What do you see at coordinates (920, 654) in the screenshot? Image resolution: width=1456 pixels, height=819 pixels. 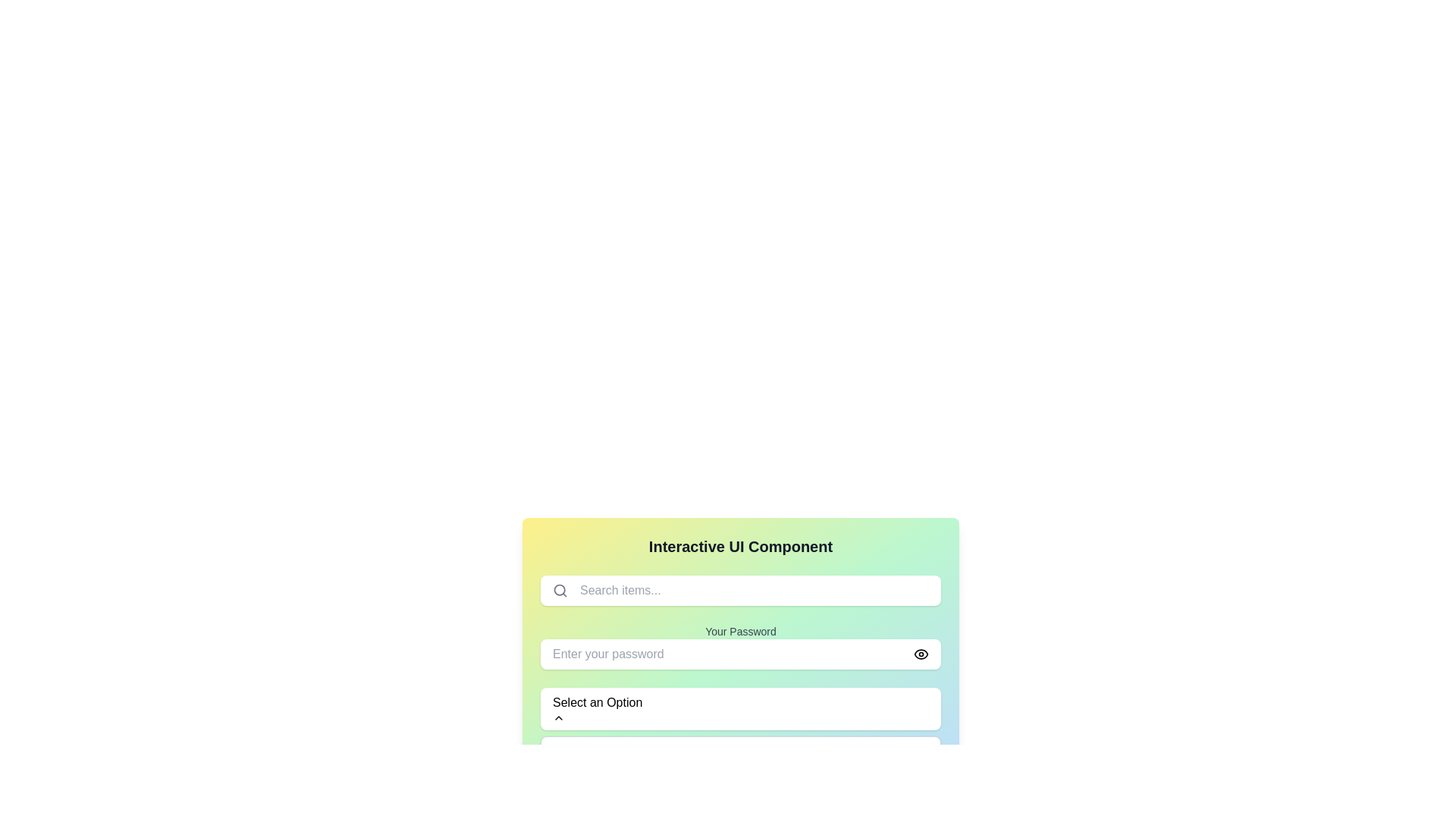 I see `the eye-shaped toggle button for password visibility located at the far right of the 'Enter your password' input field` at bounding box center [920, 654].